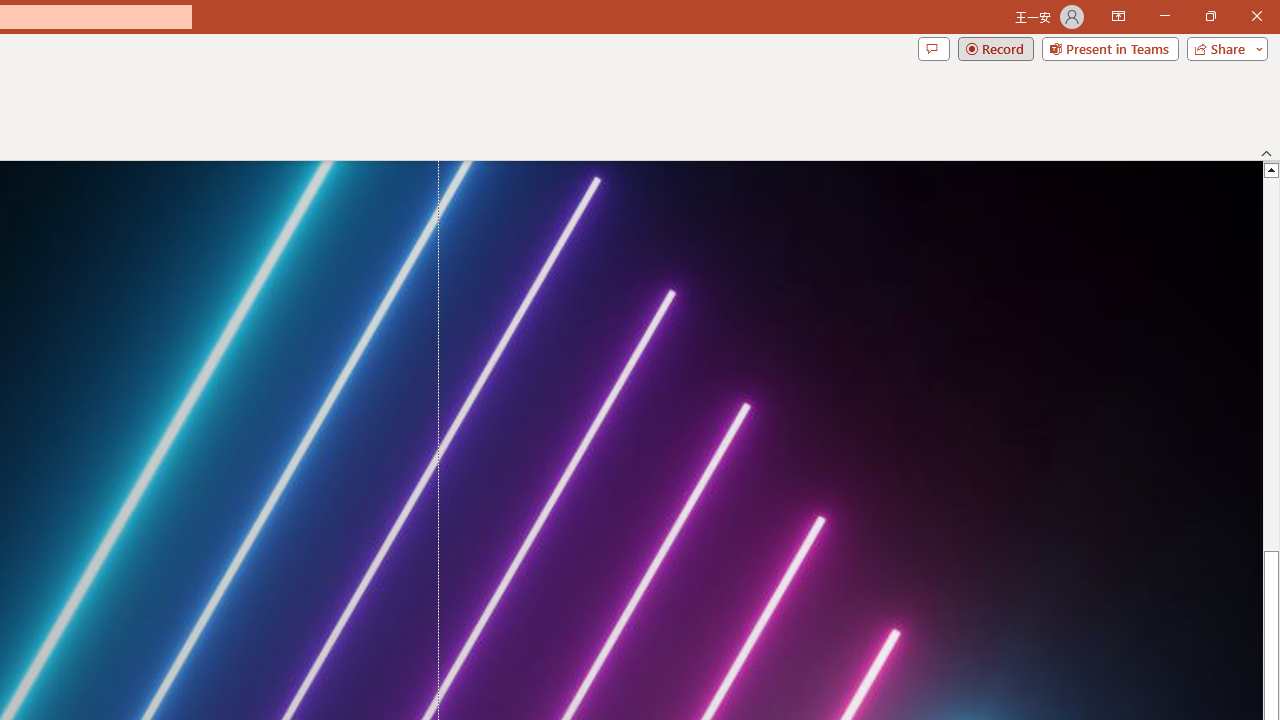 This screenshot has width=1280, height=720. Describe the element at coordinates (995, 47) in the screenshot. I see `'Record'` at that location.